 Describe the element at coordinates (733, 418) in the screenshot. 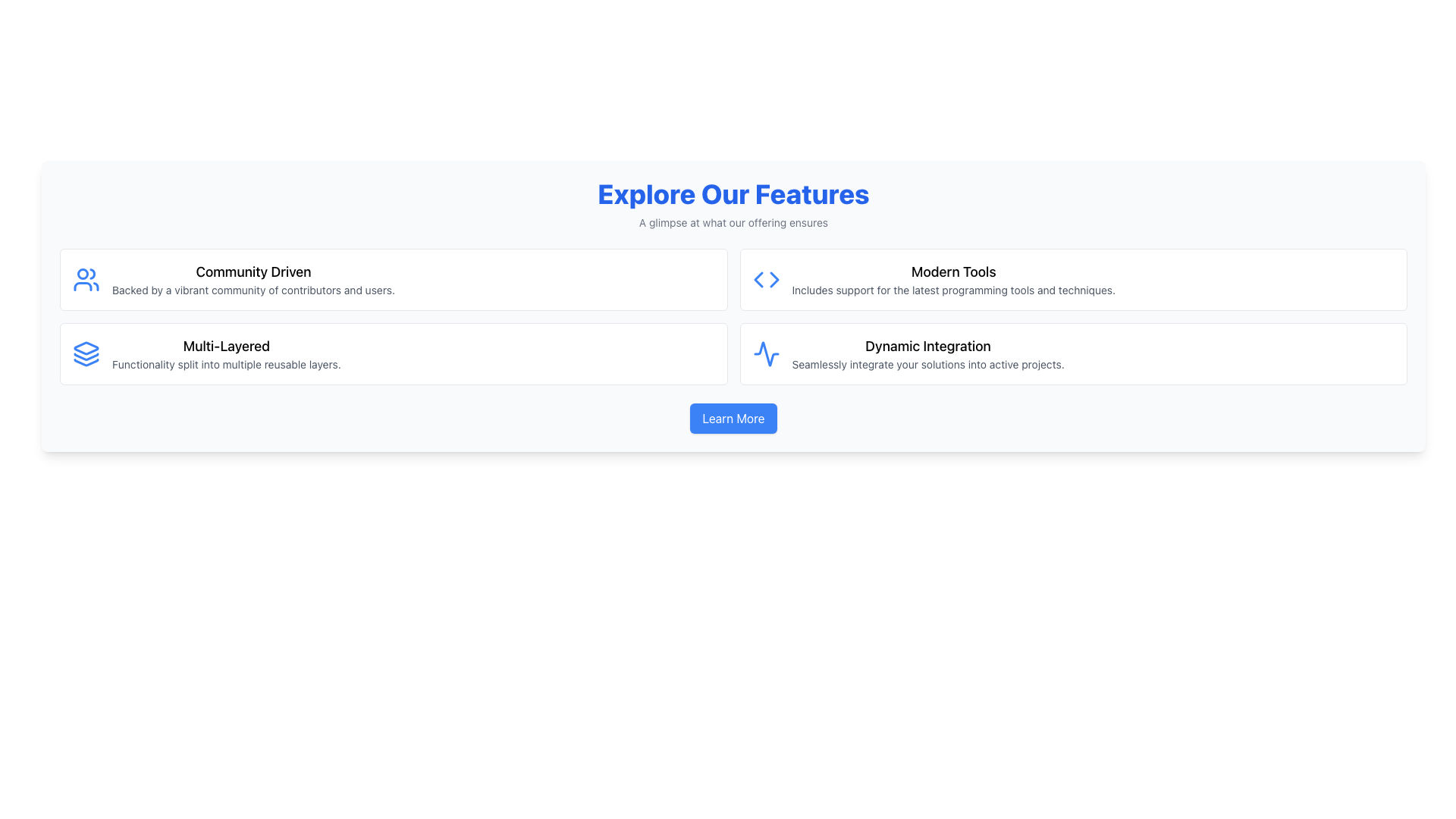

I see `the 'Learn More' button, which is a vibrant blue button with white text, located centrally at the bottom of the feature exploration section` at that location.